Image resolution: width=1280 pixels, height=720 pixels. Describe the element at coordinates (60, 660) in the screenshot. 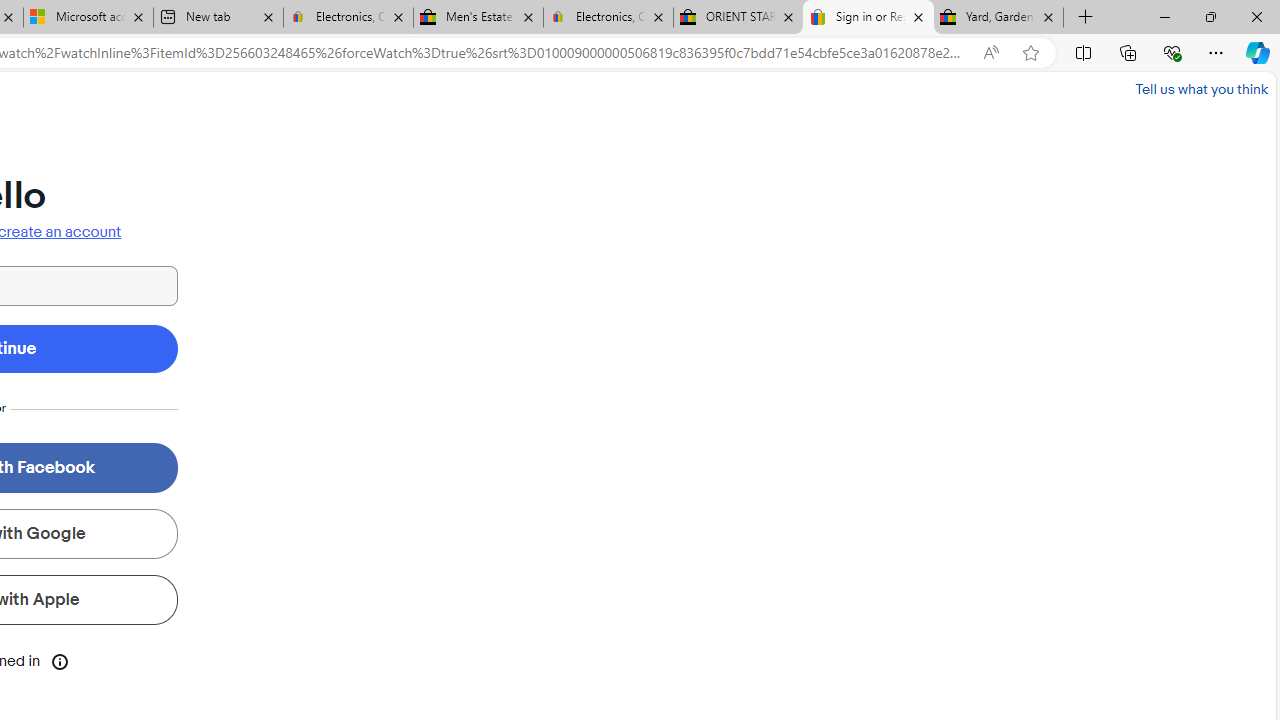

I see `'Class: icon-btn tooltip__host icon-btn--transparent'` at that location.